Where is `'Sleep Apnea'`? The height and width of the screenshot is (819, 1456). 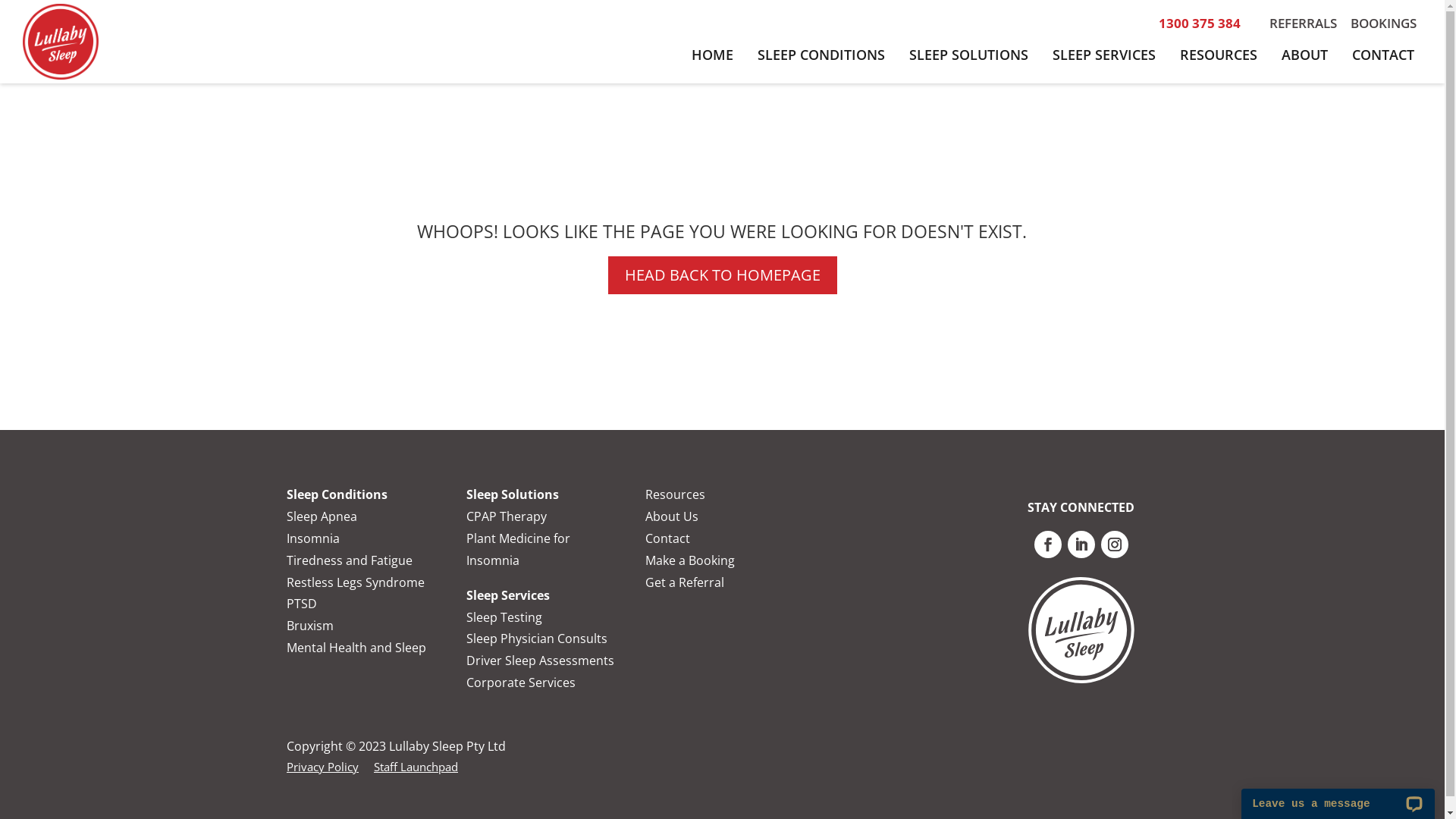 'Sleep Apnea' is located at coordinates (321, 516).